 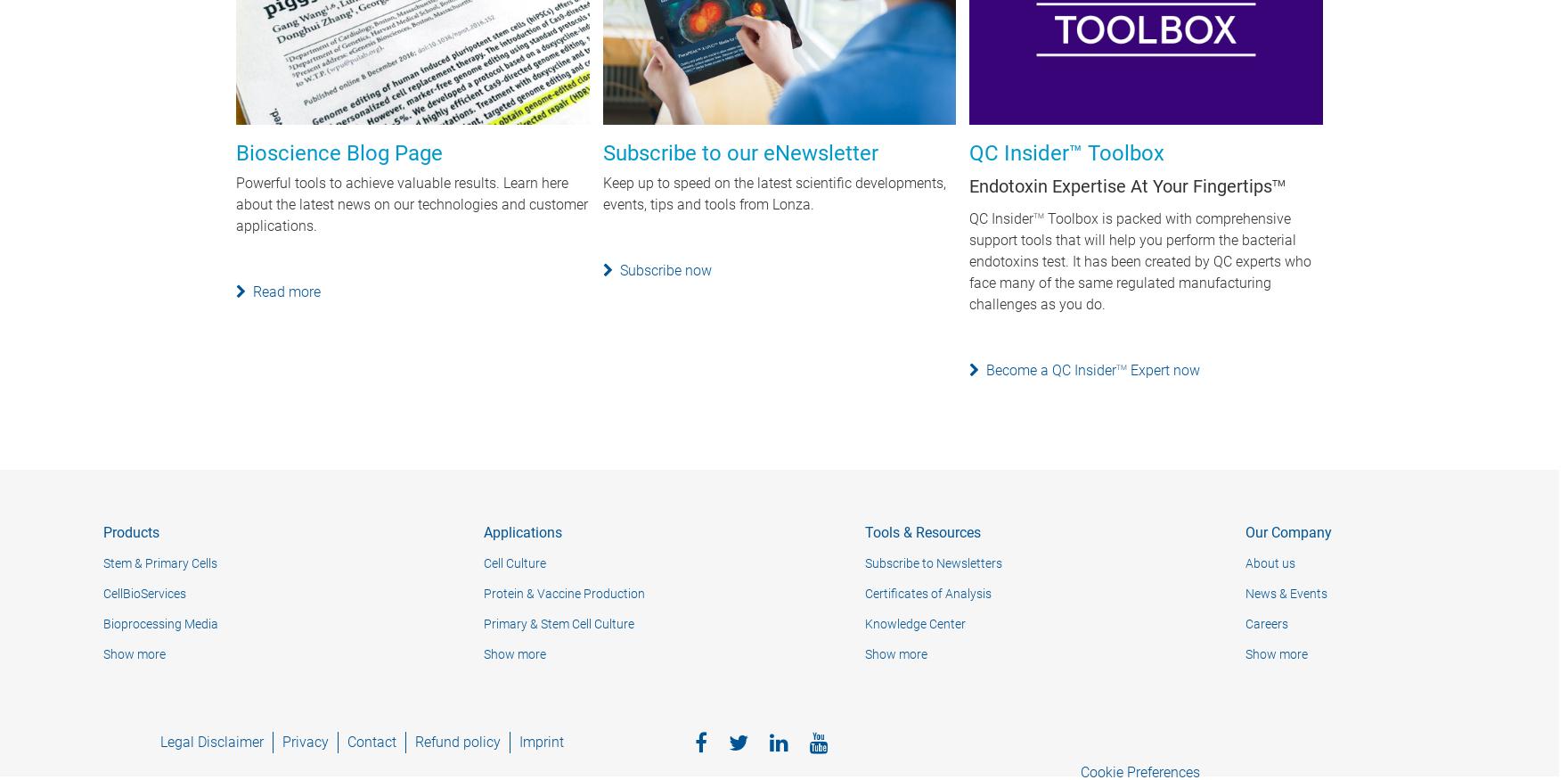 I want to click on 'About us', so click(x=1270, y=562).